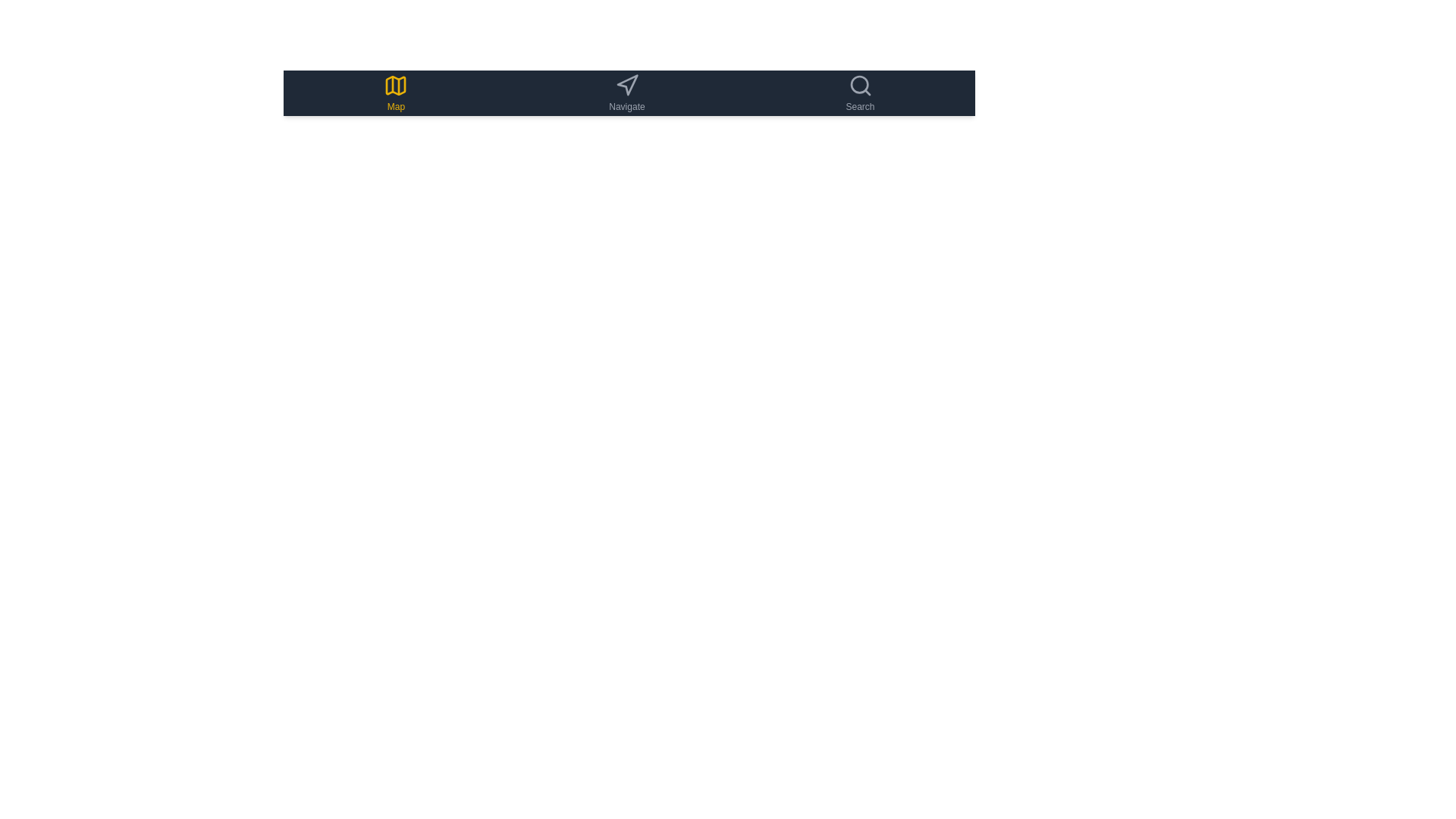  I want to click on the 'Navigate' button with an arrow icon located centrally in the top horizontal menu bar, so click(626, 93).